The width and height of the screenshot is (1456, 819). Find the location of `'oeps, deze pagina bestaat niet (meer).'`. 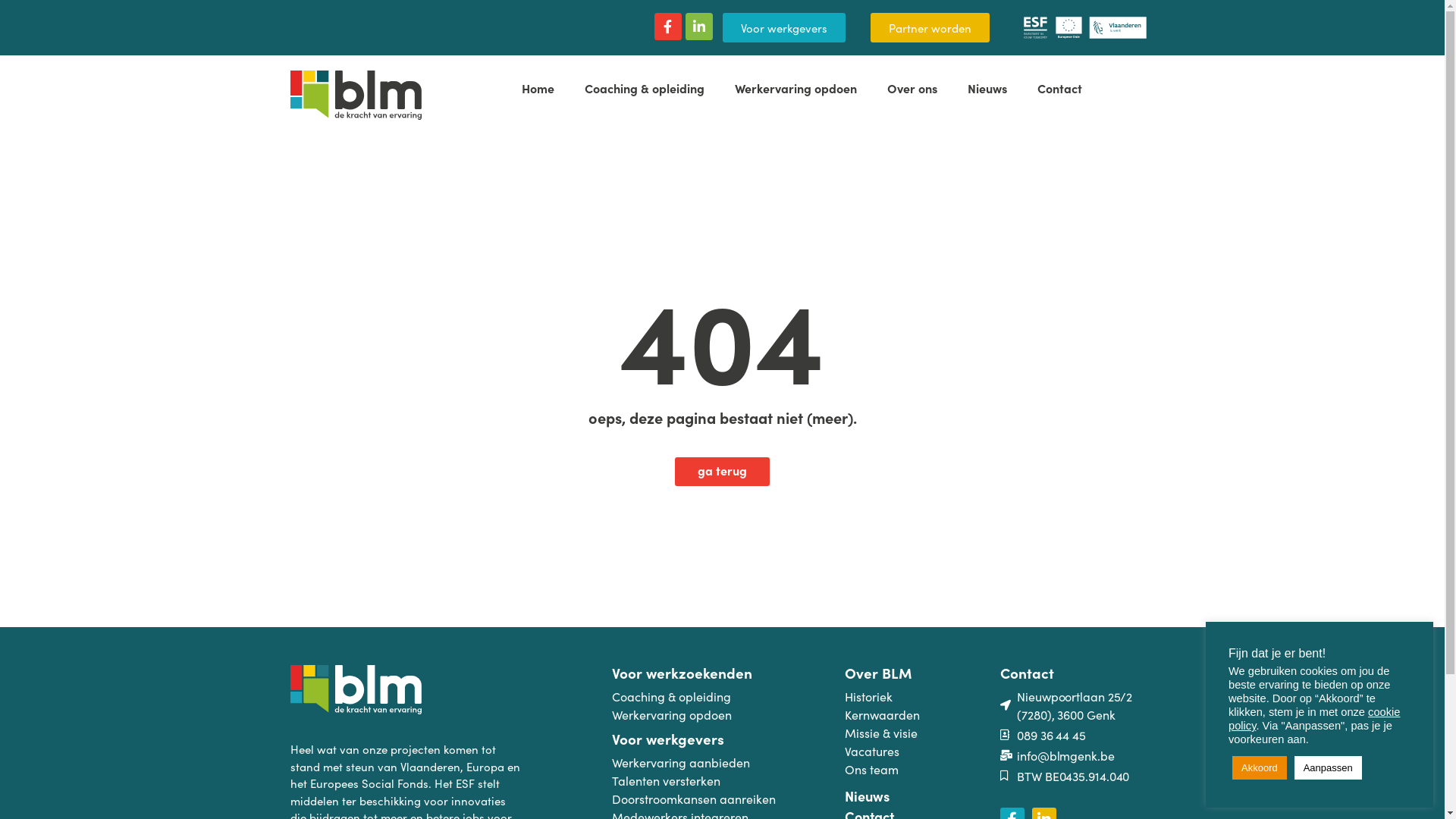

'oeps, deze pagina bestaat niet (meer).' is located at coordinates (722, 417).